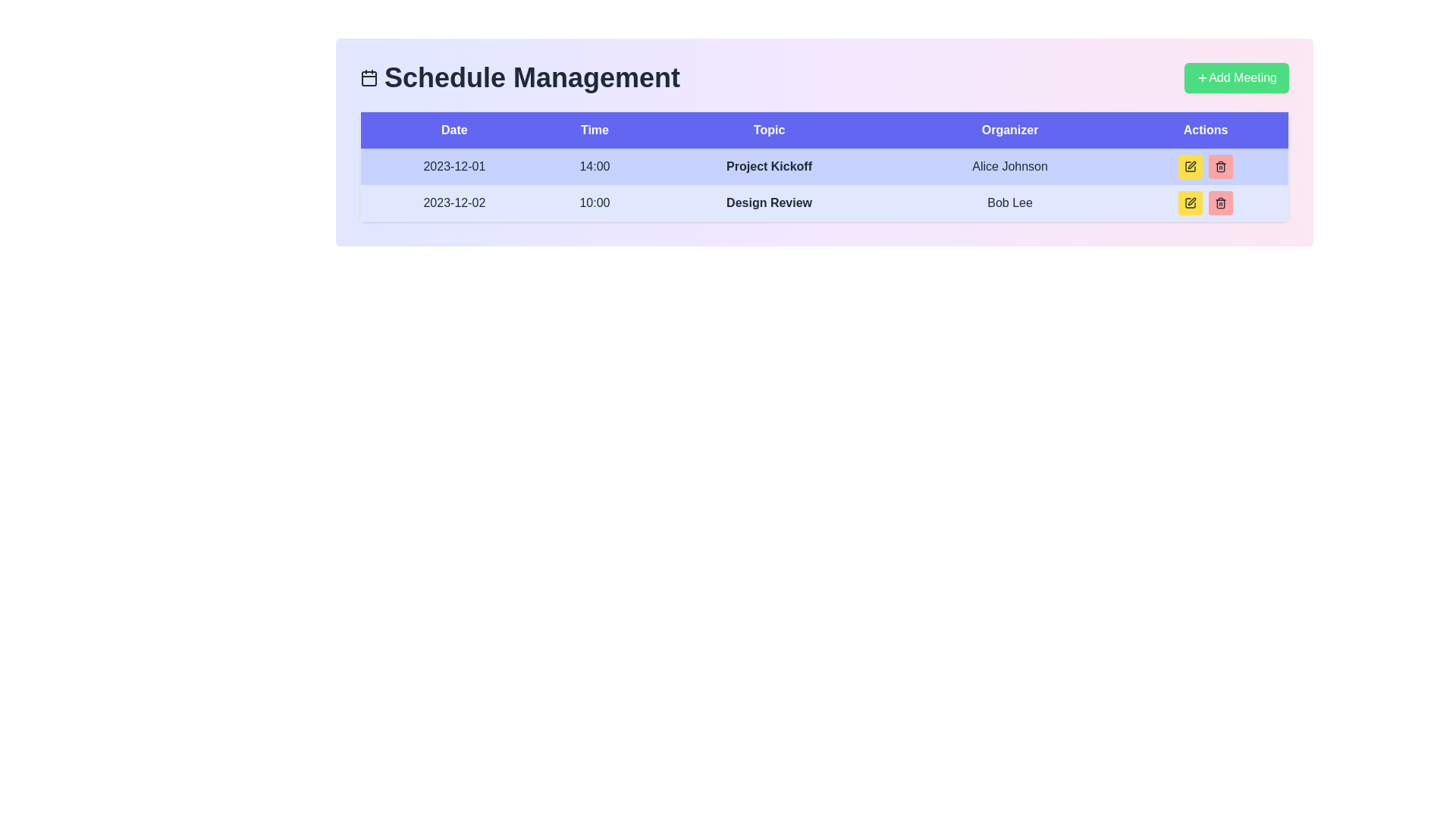 Image resolution: width=1456 pixels, height=819 pixels. I want to click on the small square-shaped pen icon button with a yellow background and black border located in the 'Actions' column of the second row, so click(1189, 166).